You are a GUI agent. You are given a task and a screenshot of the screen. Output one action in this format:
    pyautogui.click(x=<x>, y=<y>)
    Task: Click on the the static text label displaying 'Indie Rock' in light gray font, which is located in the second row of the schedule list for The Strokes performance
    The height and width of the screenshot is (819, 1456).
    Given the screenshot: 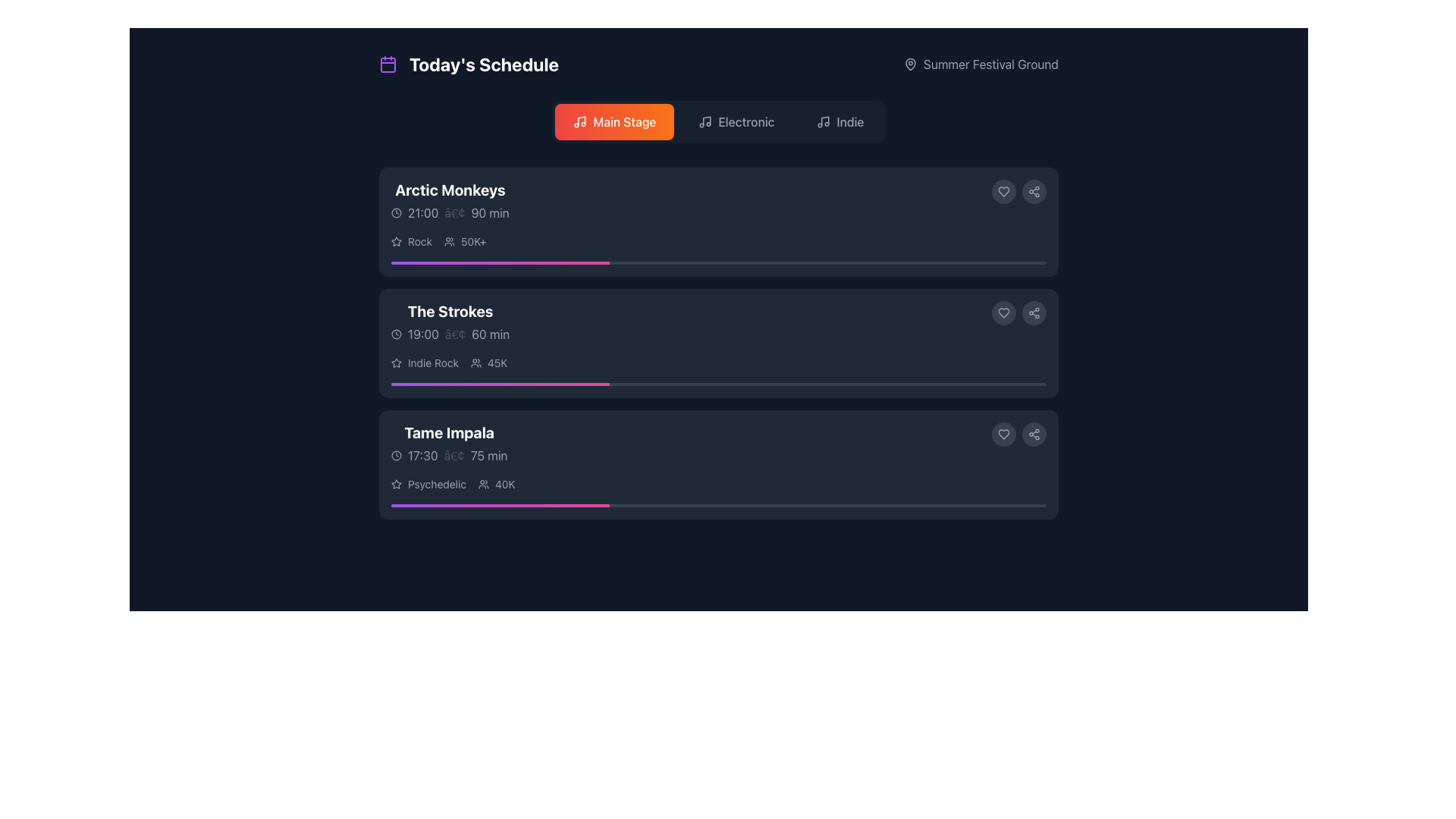 What is the action you would take?
    pyautogui.click(x=432, y=362)
    